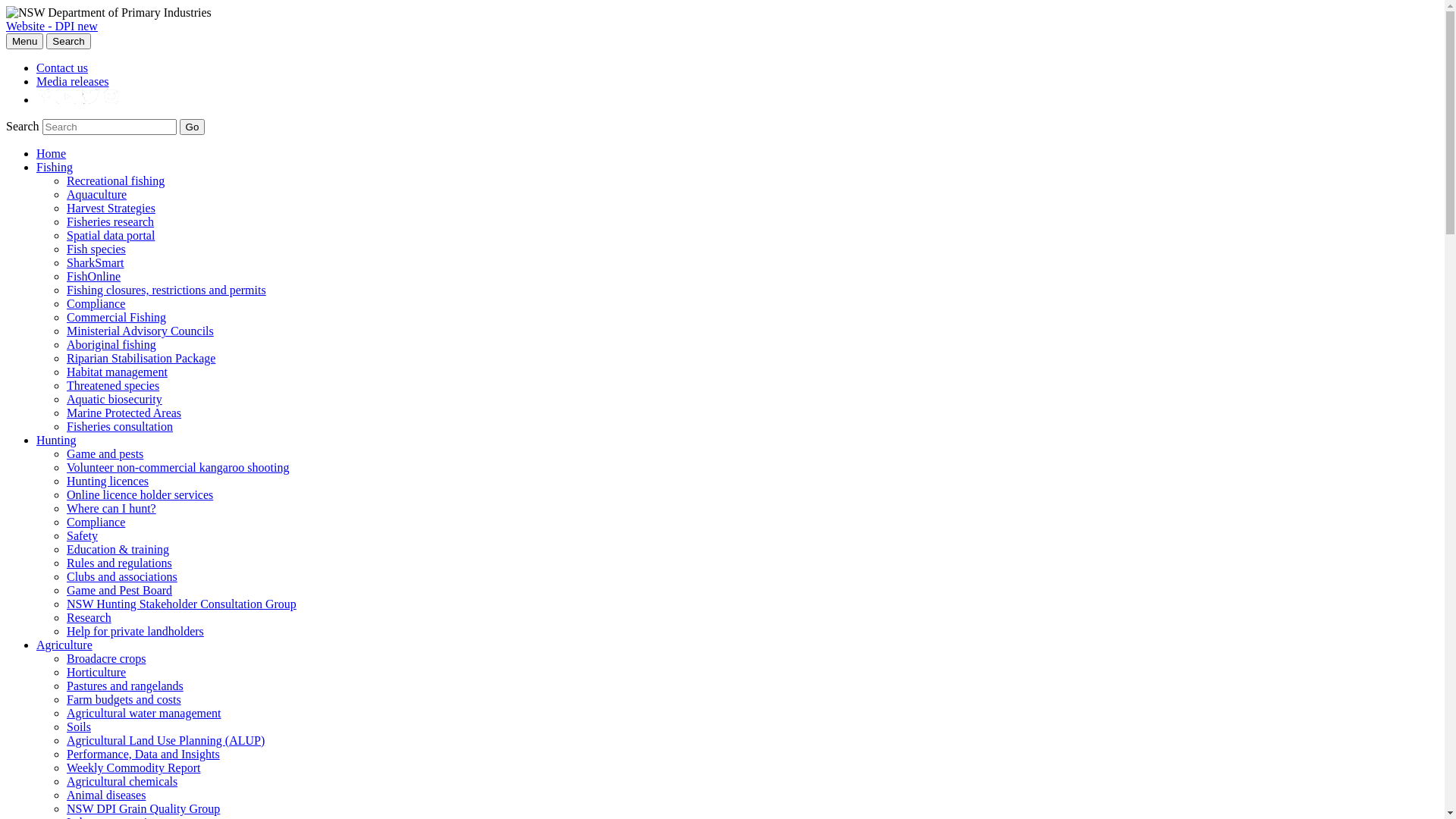 This screenshot has width=1456, height=819. What do you see at coordinates (177, 466) in the screenshot?
I see `'Volunteer non-commercial kangaroo shooting'` at bounding box center [177, 466].